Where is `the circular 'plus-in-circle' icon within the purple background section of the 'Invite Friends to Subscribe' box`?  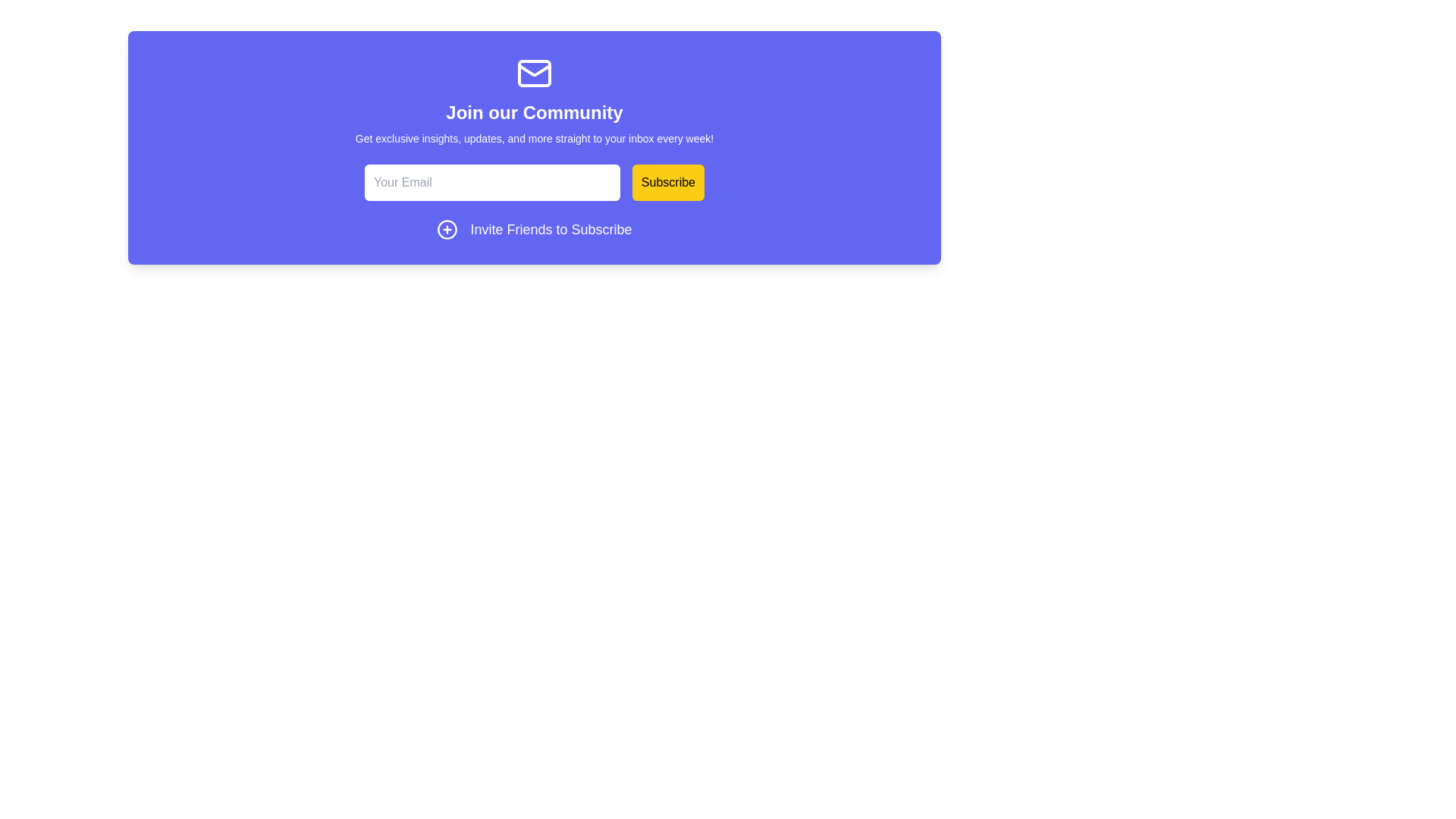
the circular 'plus-in-circle' icon within the purple background section of the 'Invite Friends to Subscribe' box is located at coordinates (447, 230).